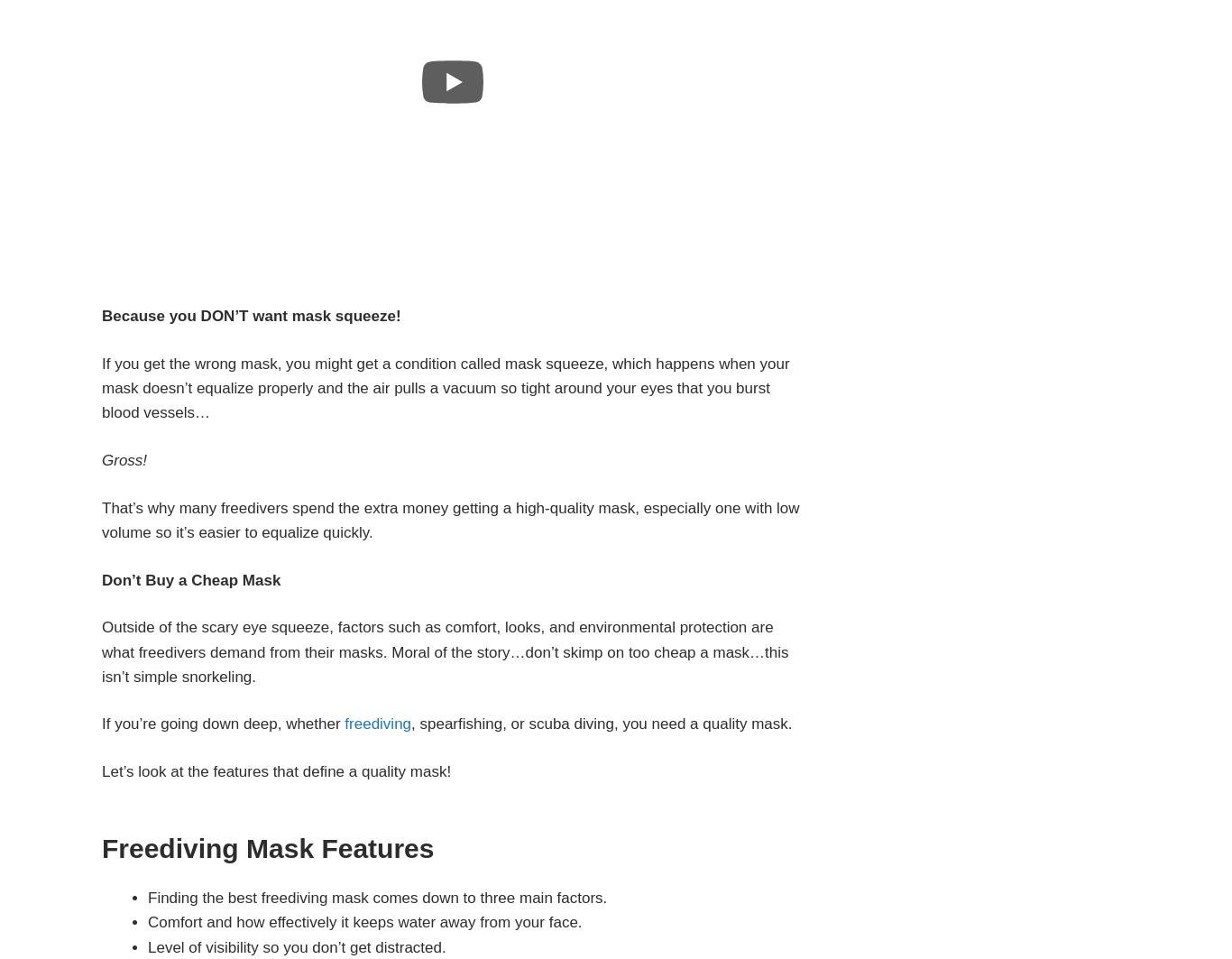 This screenshot has height=959, width=1232. What do you see at coordinates (223, 723) in the screenshot?
I see `'If you’re going down deep, whether'` at bounding box center [223, 723].